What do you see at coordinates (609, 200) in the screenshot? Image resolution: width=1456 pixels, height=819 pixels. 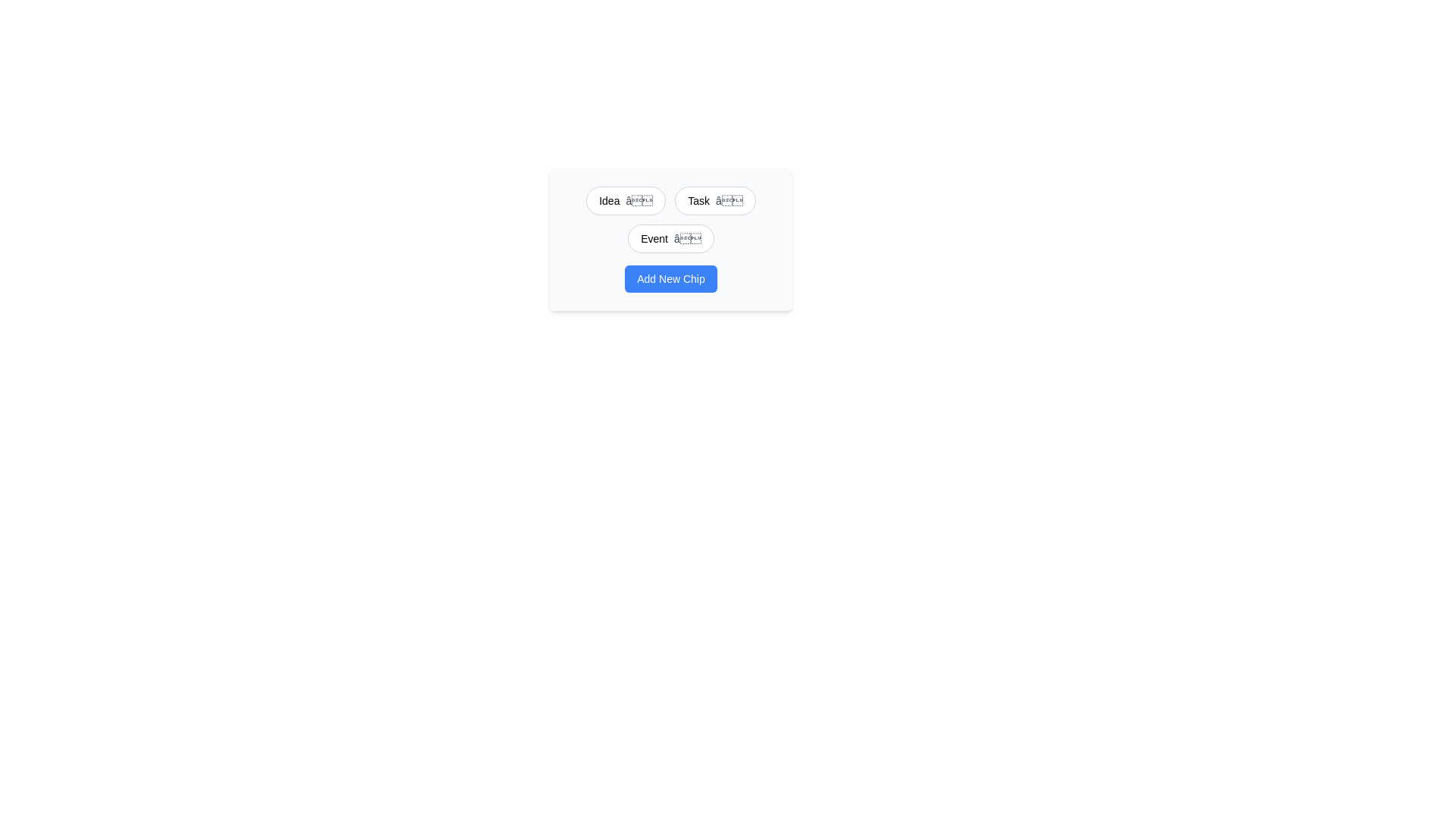 I see `the chip labeled Idea` at bounding box center [609, 200].